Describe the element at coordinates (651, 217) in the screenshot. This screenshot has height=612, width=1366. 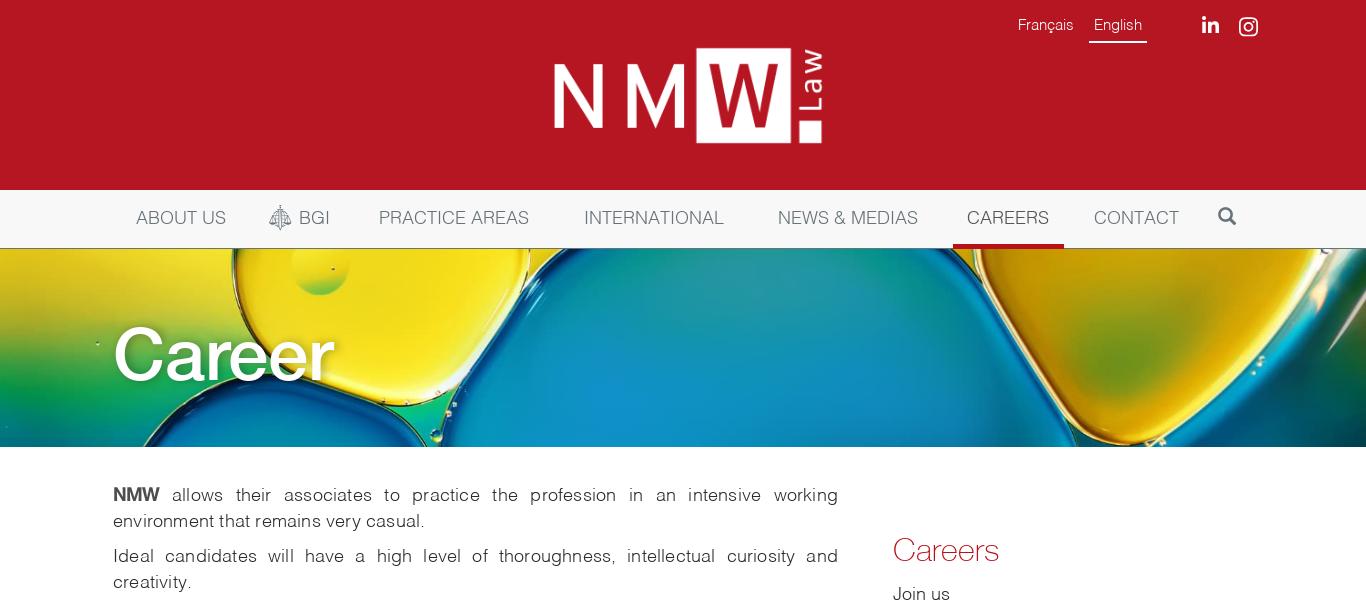
I see `'INTERNATIONAL'` at that location.